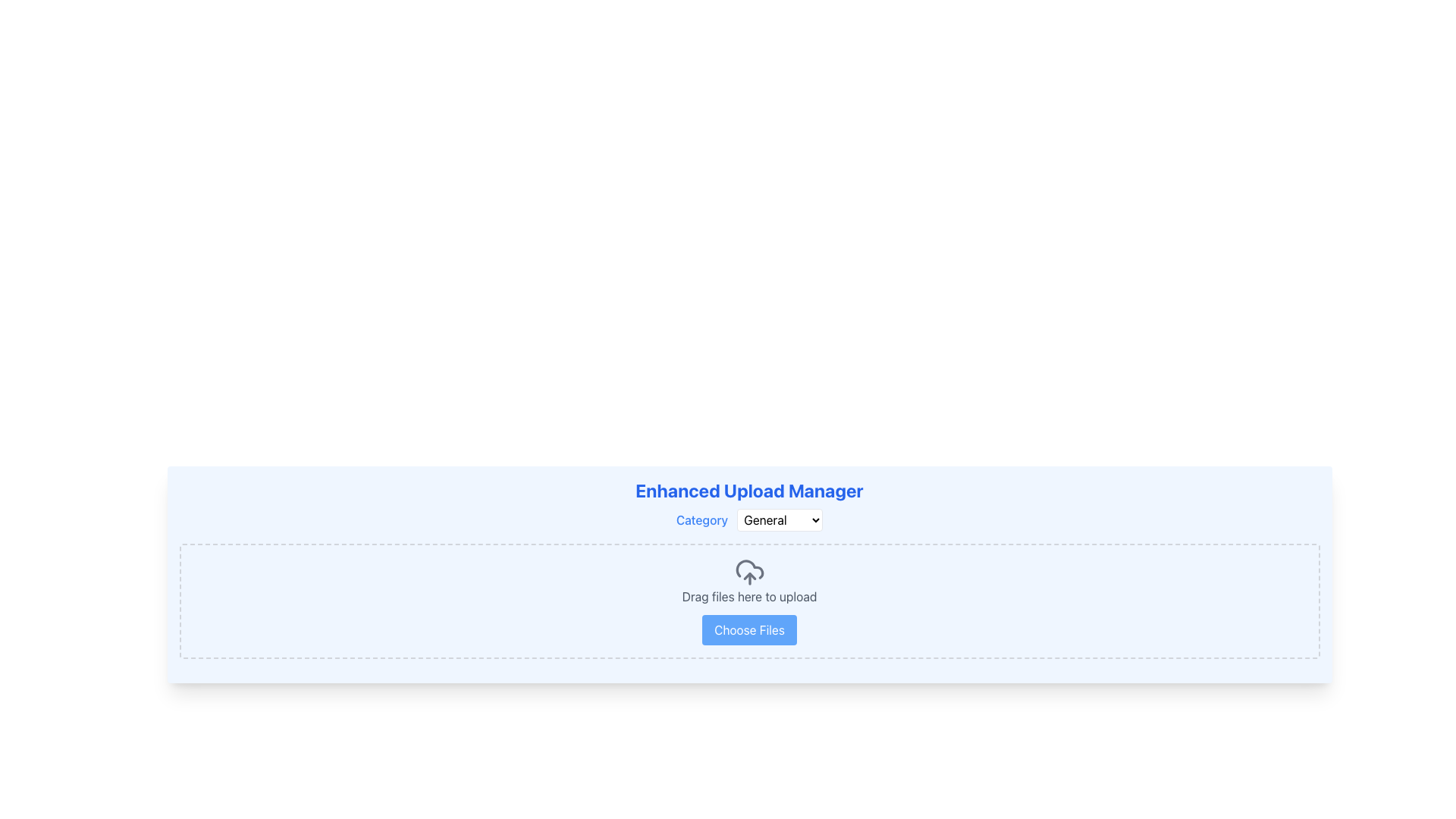 The width and height of the screenshot is (1456, 819). I want to click on the text label that instructs the user to drag files into the boundary for upload, located below a cloud-upload icon and above a 'Choose Files' button, so click(749, 595).